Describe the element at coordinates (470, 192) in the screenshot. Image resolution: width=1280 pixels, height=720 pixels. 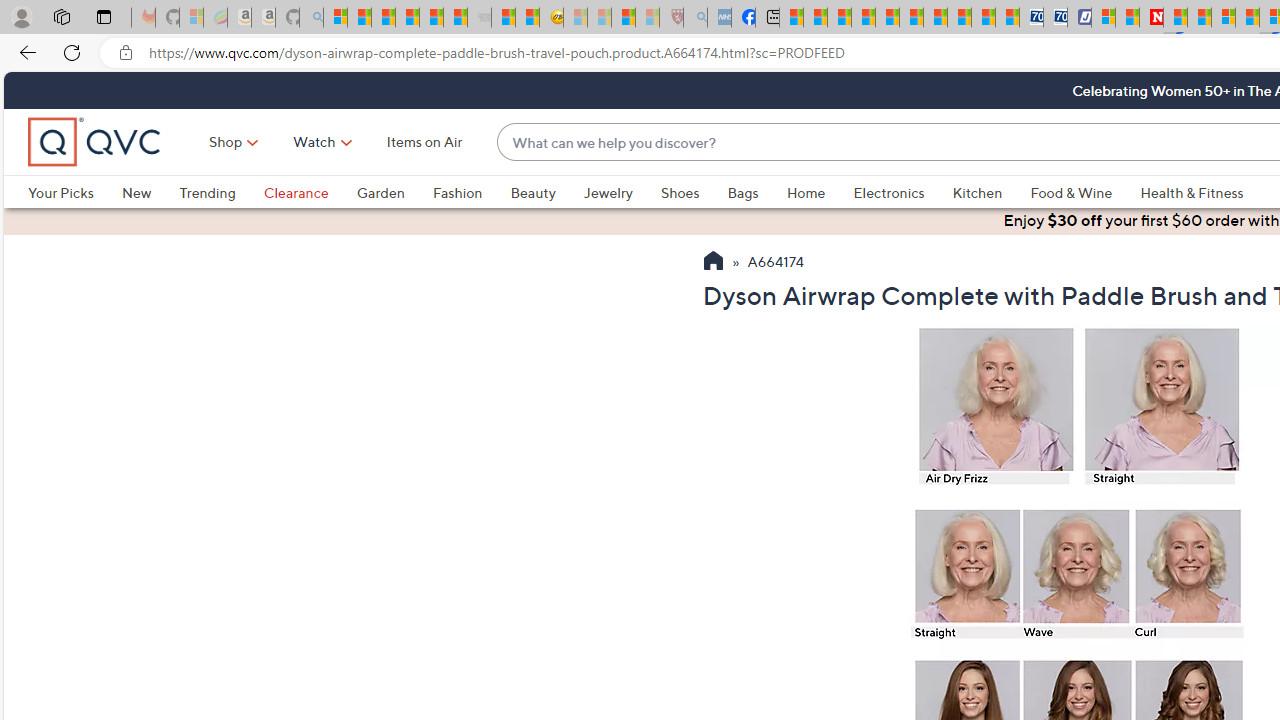
I see `'Fashion'` at that location.